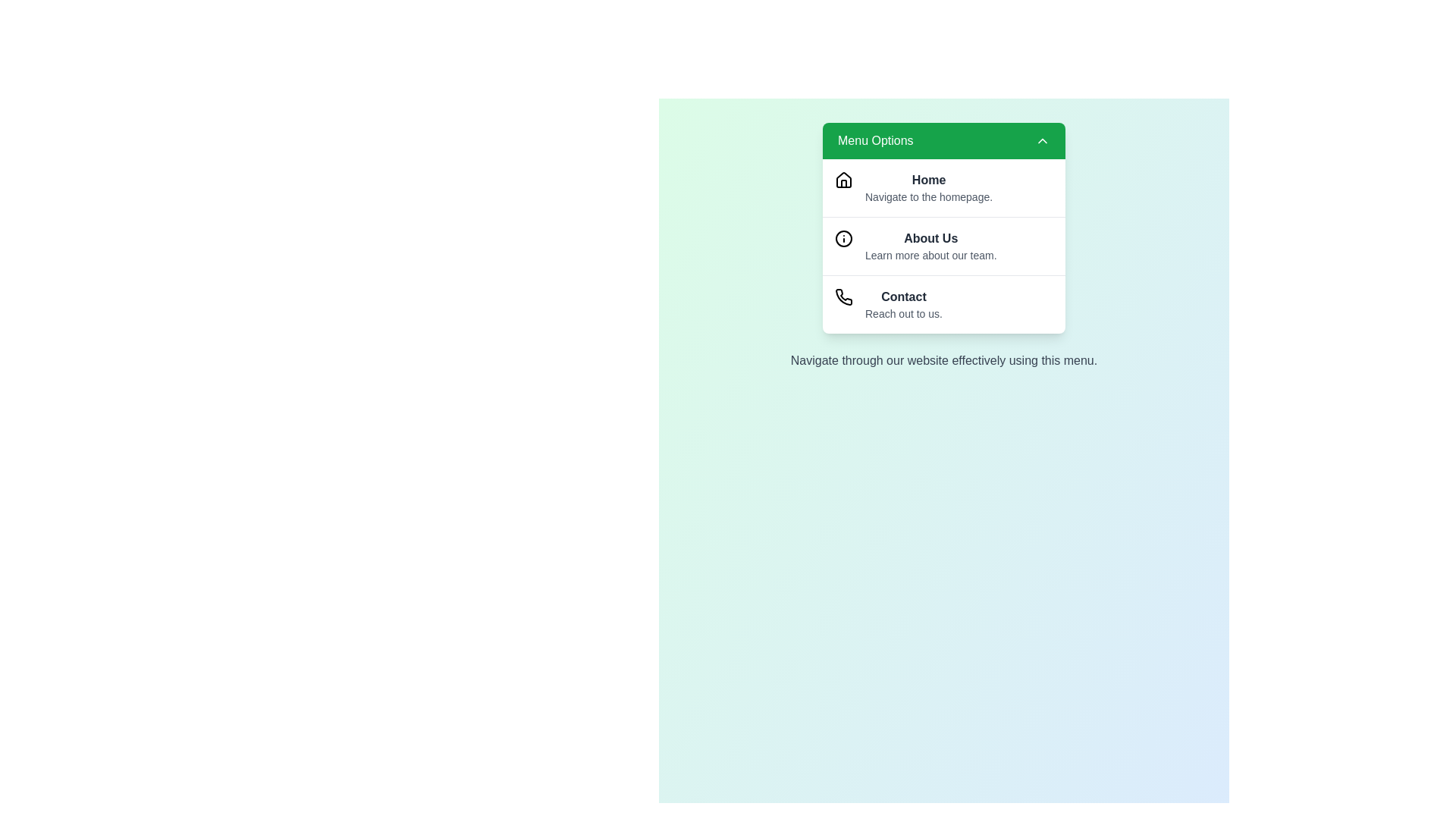 The width and height of the screenshot is (1456, 819). I want to click on the menu option About Us to view additional feedback, so click(943, 245).